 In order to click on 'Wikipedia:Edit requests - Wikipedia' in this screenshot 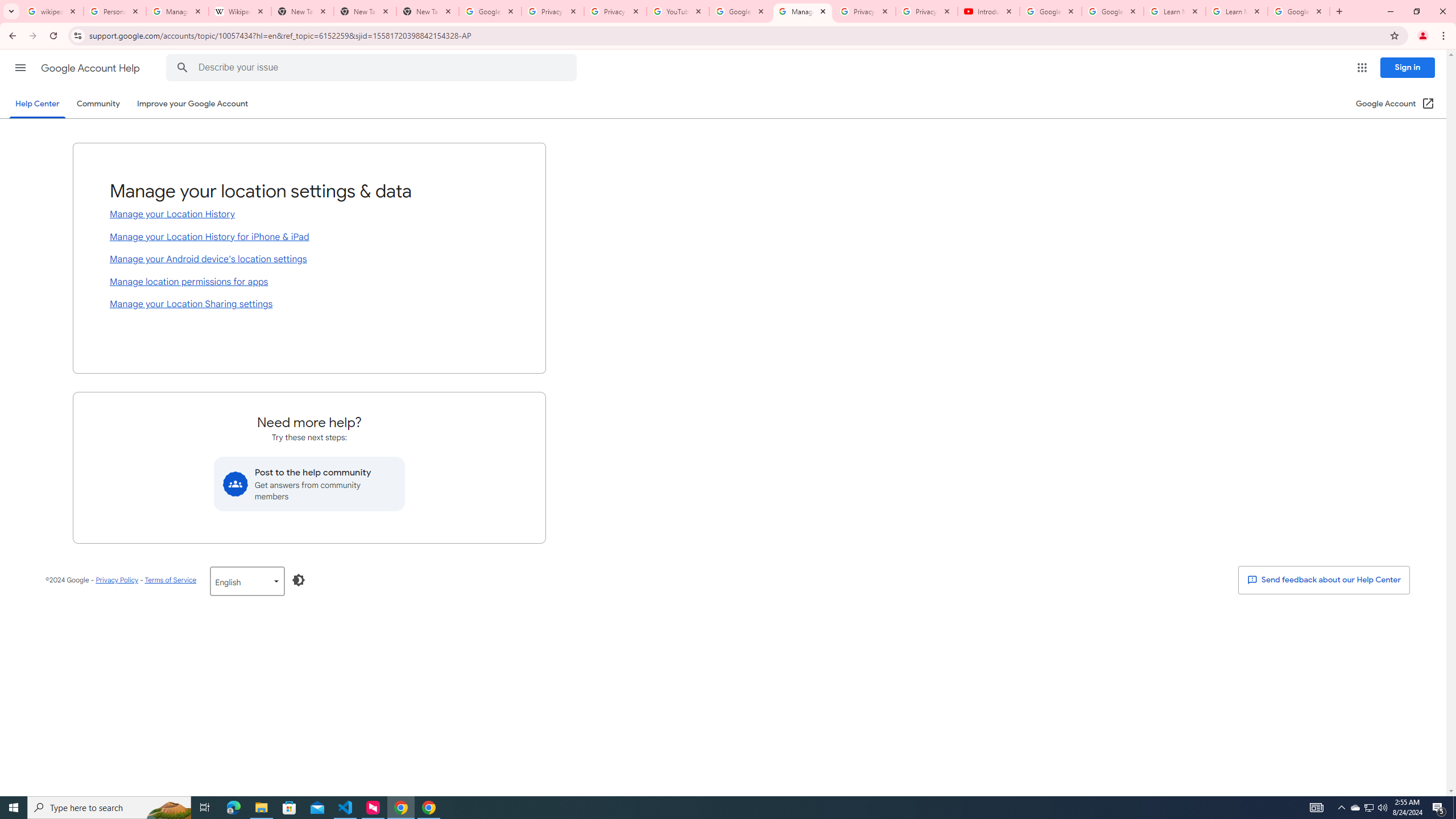, I will do `click(239, 11)`.